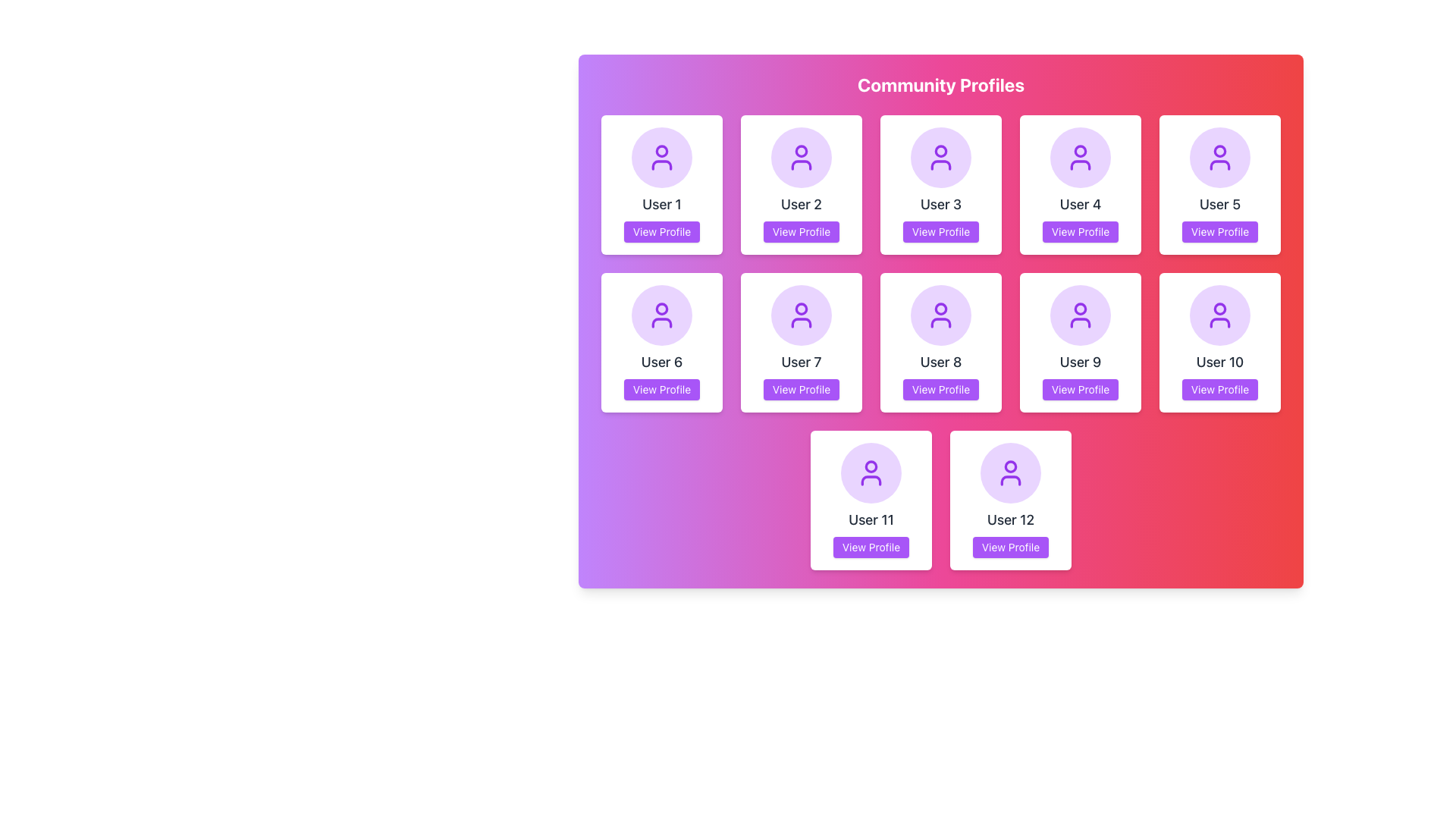 Image resolution: width=1456 pixels, height=819 pixels. I want to click on the decorative circular icon located at the center of User 4's avatar in the profile card grid, so click(1080, 151).